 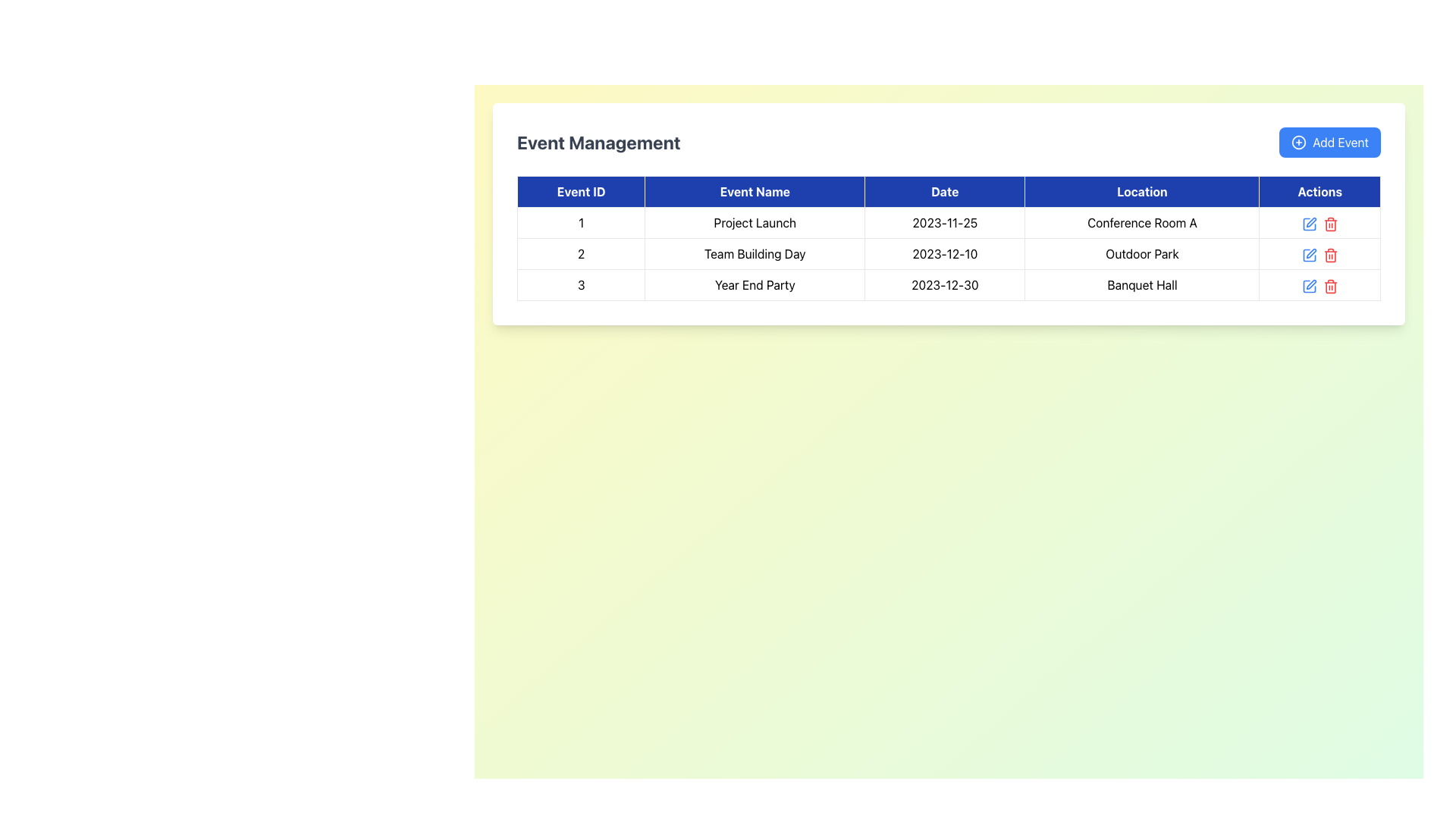 I want to click on the text component displaying the number '1' in the Event ID column of the event management table, located in the first cell of the first row, so click(x=580, y=222).